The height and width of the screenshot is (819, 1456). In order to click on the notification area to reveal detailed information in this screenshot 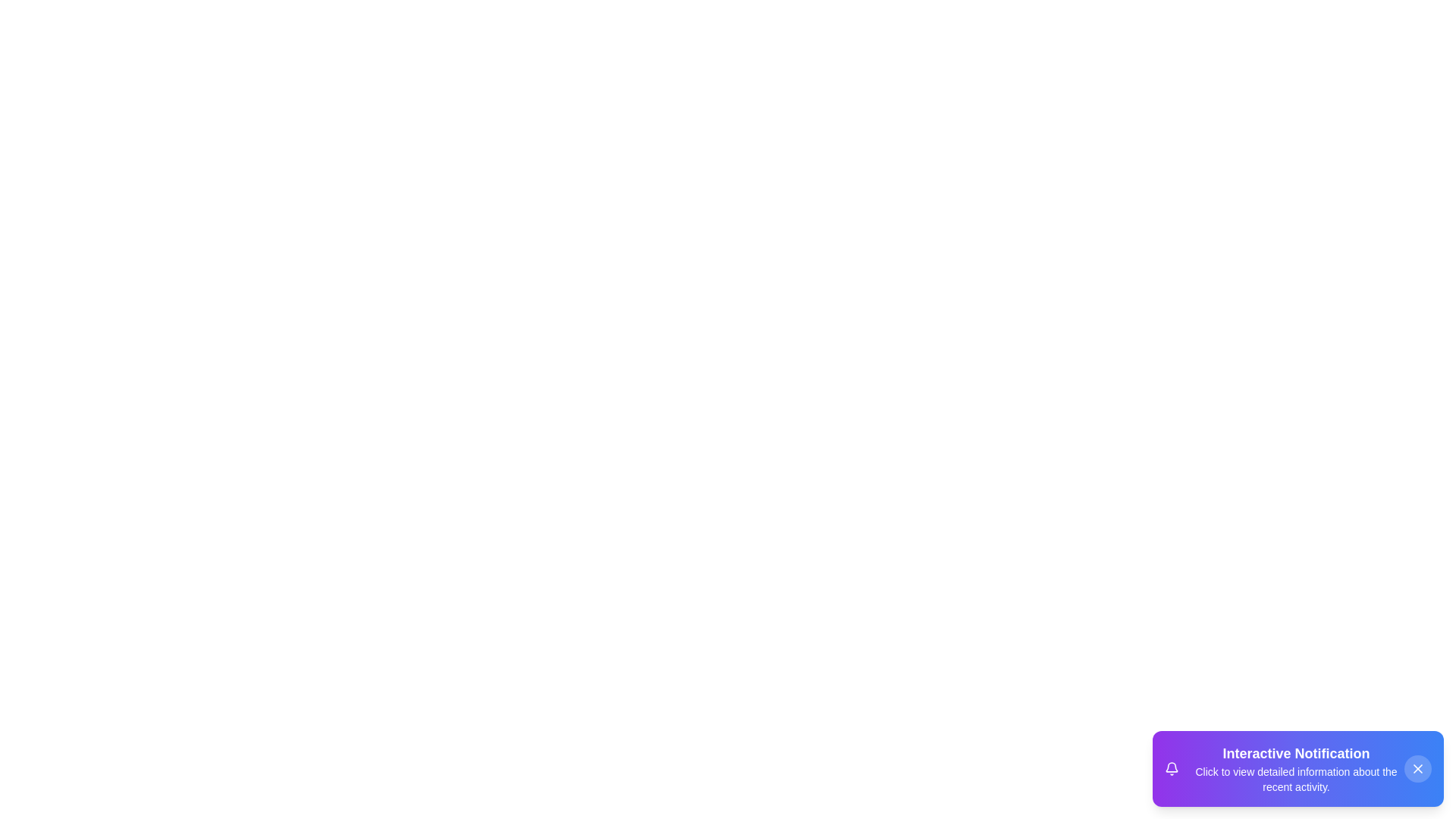, I will do `click(1298, 769)`.